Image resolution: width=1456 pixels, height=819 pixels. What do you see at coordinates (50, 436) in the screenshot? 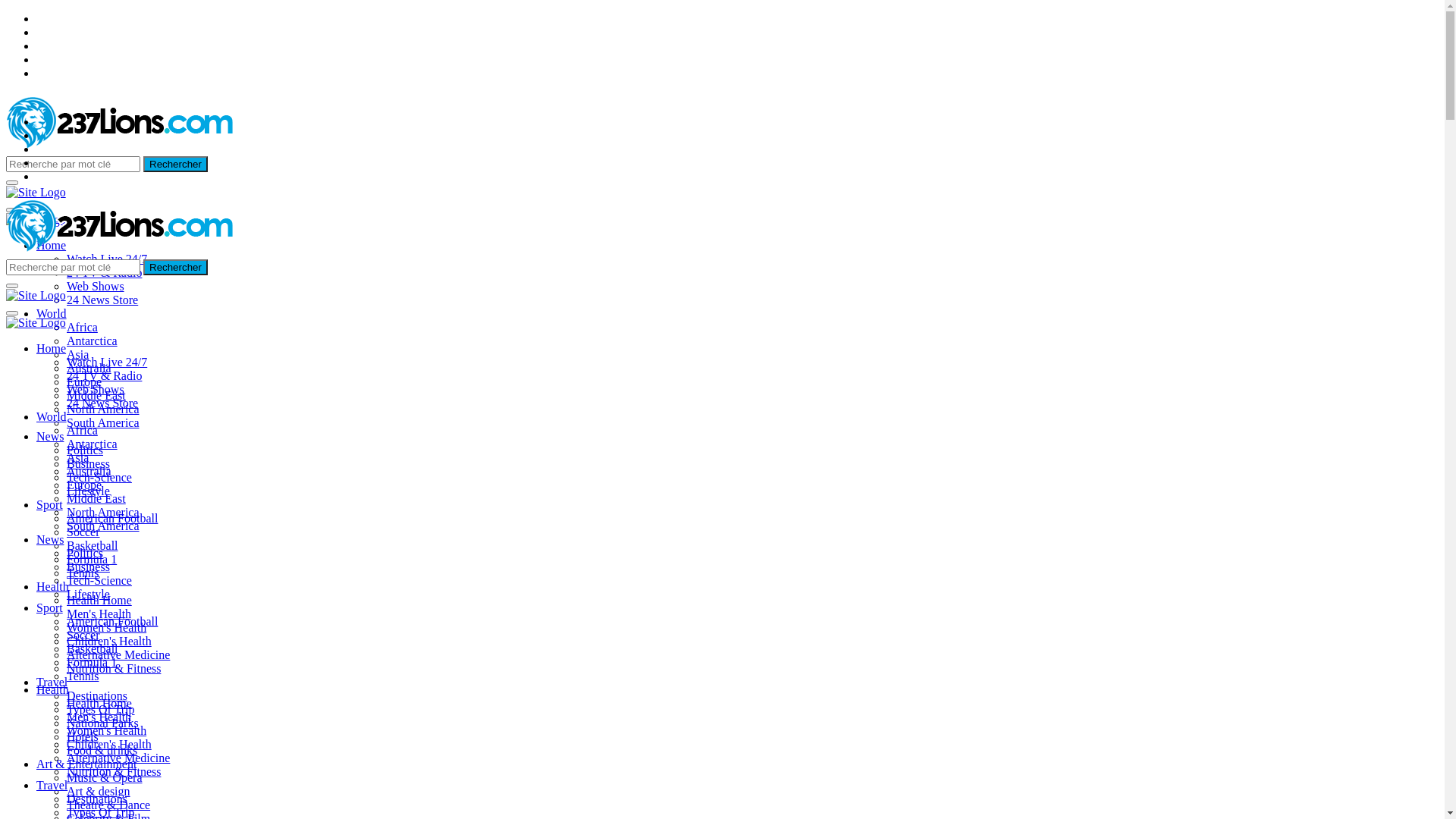
I see `'News'` at bounding box center [50, 436].